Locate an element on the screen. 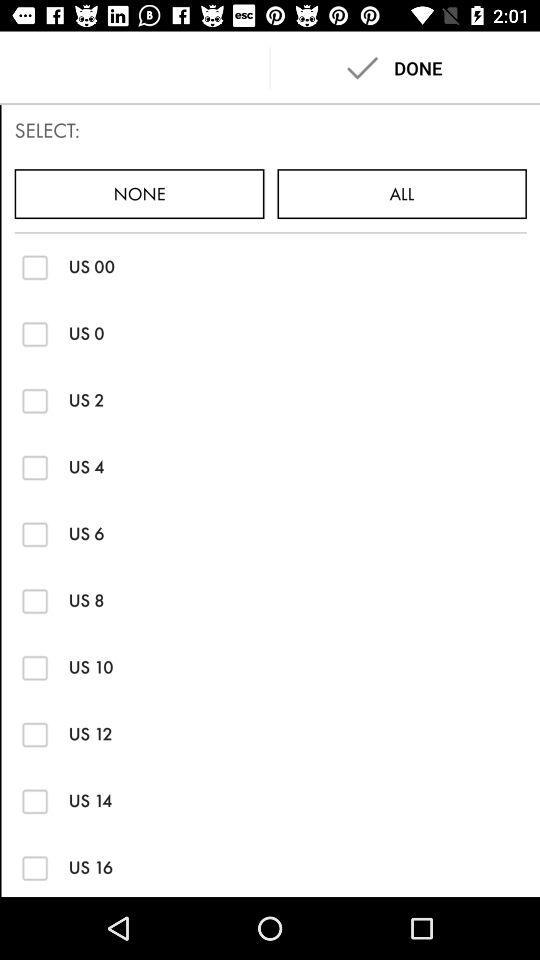 Image resolution: width=540 pixels, height=960 pixels. the button is located at coordinates (35, 399).